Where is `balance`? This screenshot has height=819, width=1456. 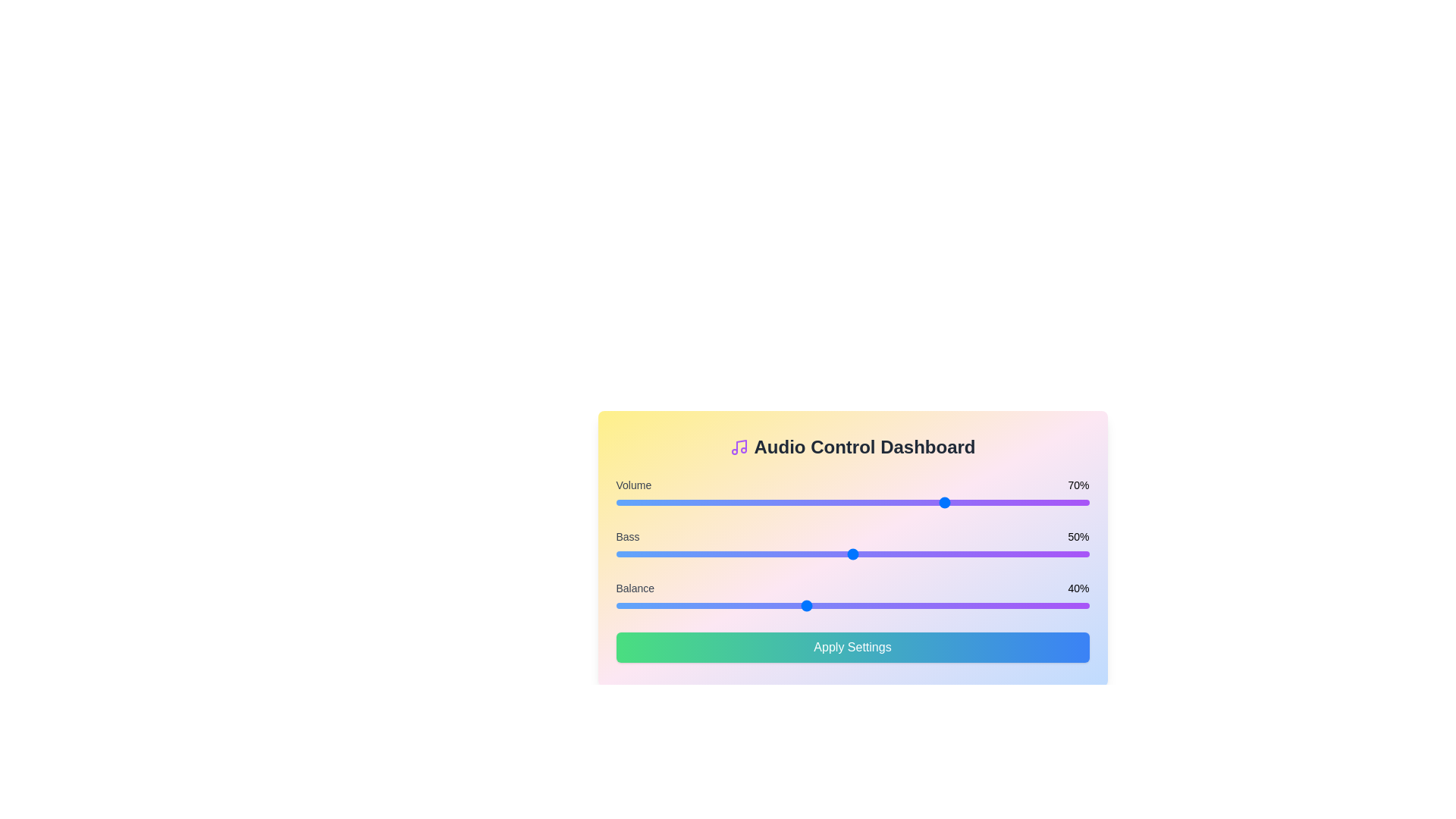
balance is located at coordinates (626, 604).